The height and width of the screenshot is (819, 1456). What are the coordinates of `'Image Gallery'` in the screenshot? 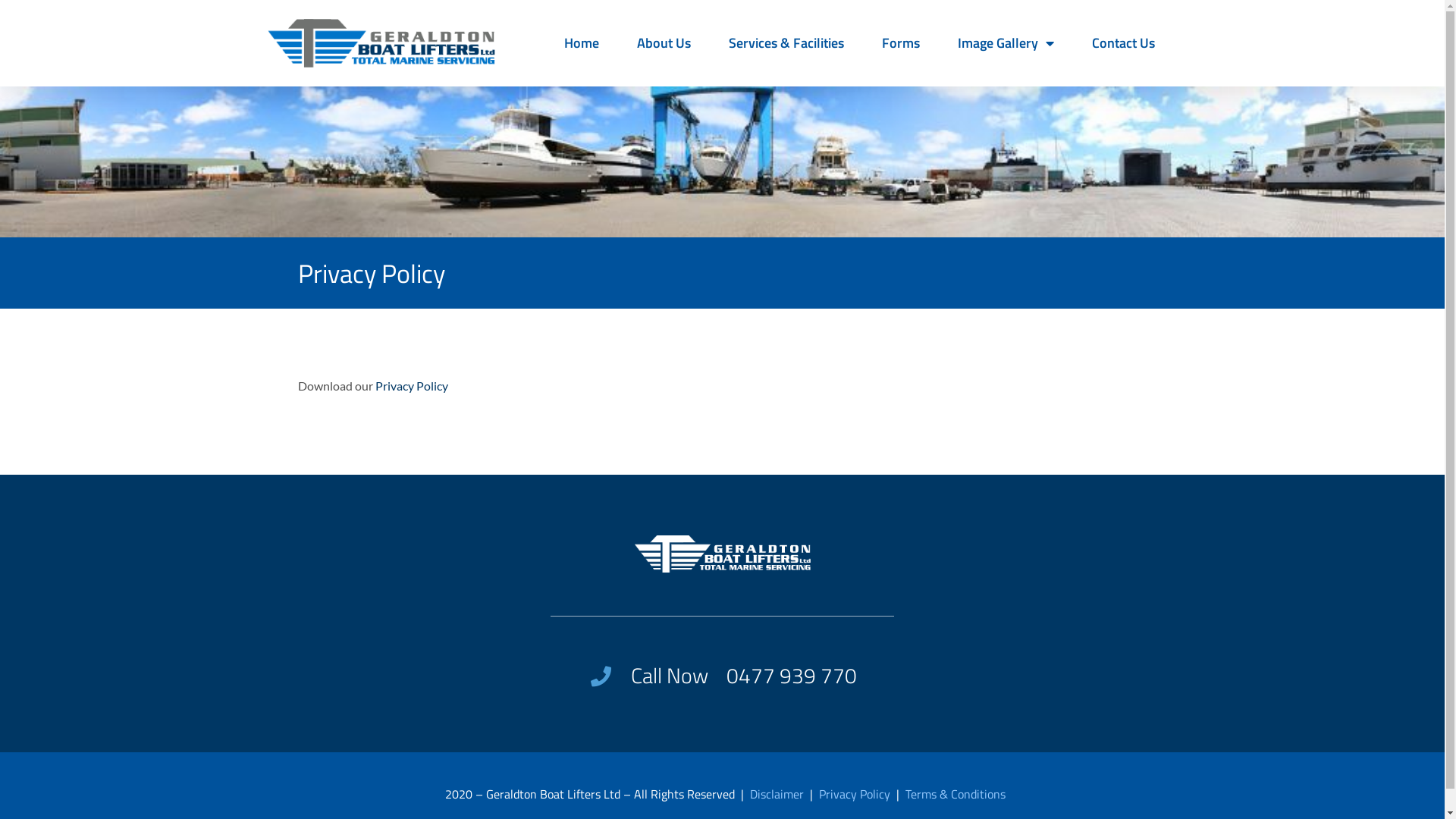 It's located at (1005, 42).